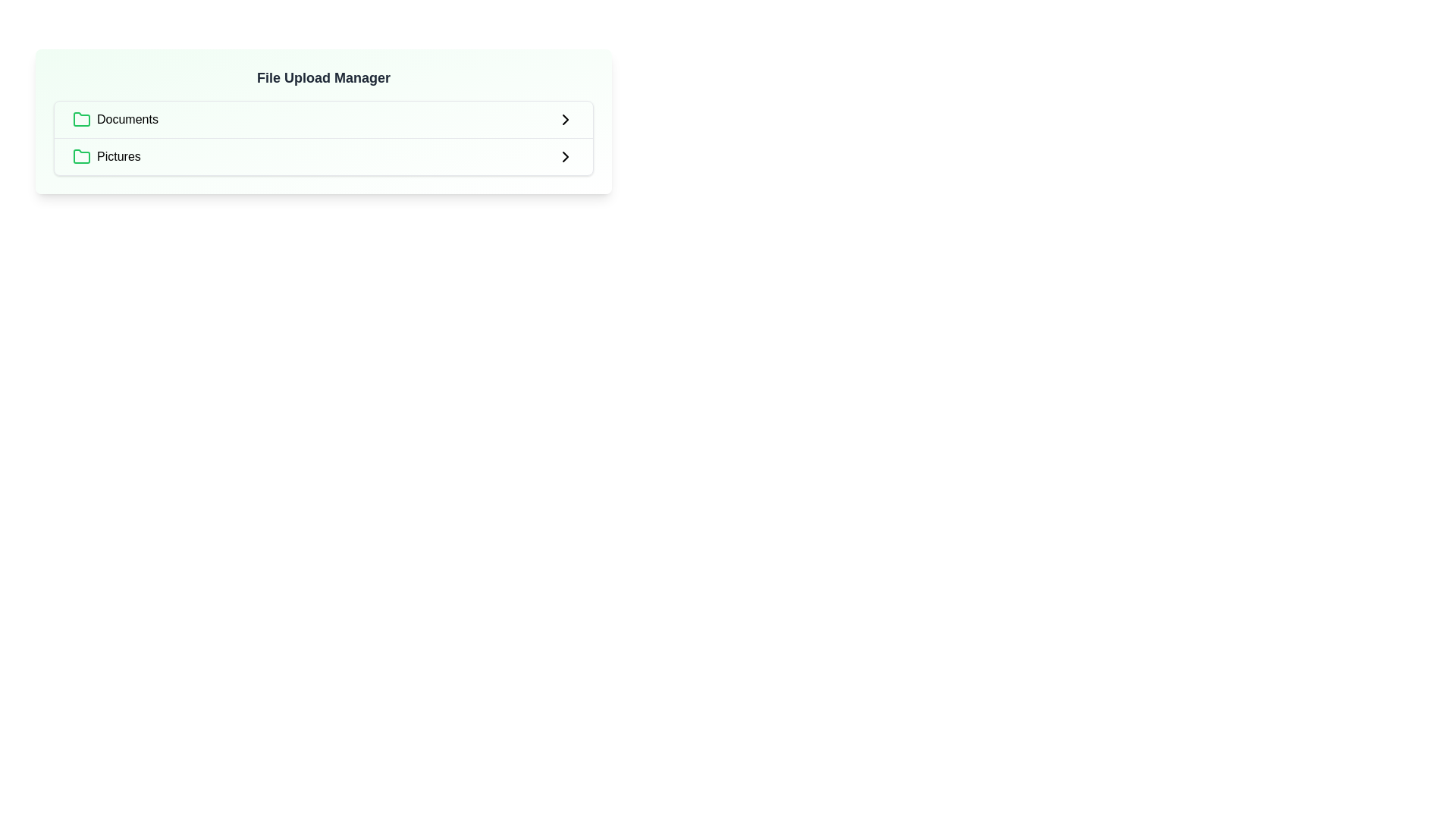 This screenshot has height=819, width=1456. What do you see at coordinates (564, 119) in the screenshot?
I see `the right-facing chevron icon indicating expandability` at bounding box center [564, 119].